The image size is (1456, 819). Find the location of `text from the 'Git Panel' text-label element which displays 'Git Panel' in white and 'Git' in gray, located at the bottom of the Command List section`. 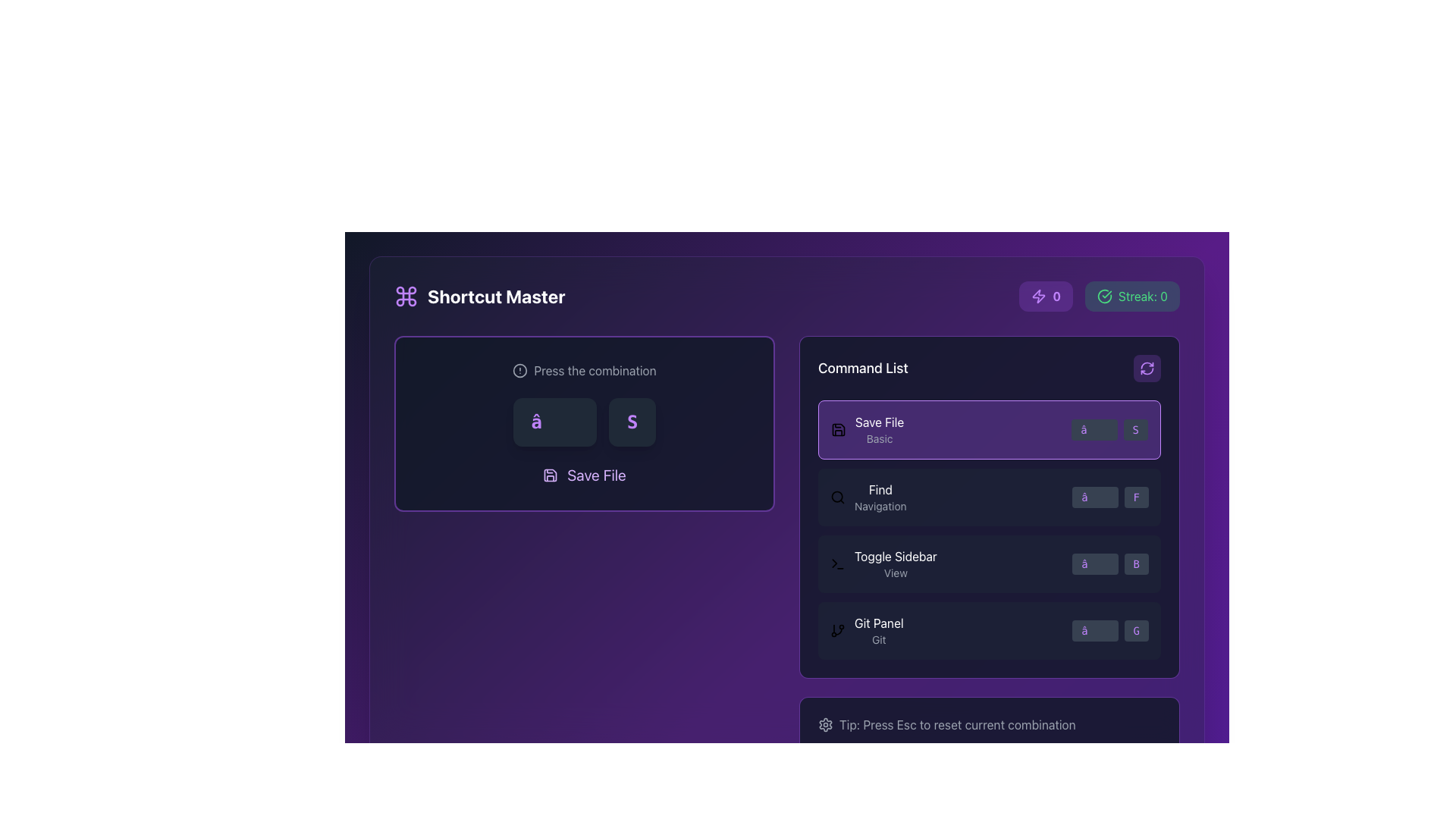

text from the 'Git Panel' text-label element which displays 'Git Panel' in white and 'Git' in gray, located at the bottom of the Command List section is located at coordinates (879, 631).